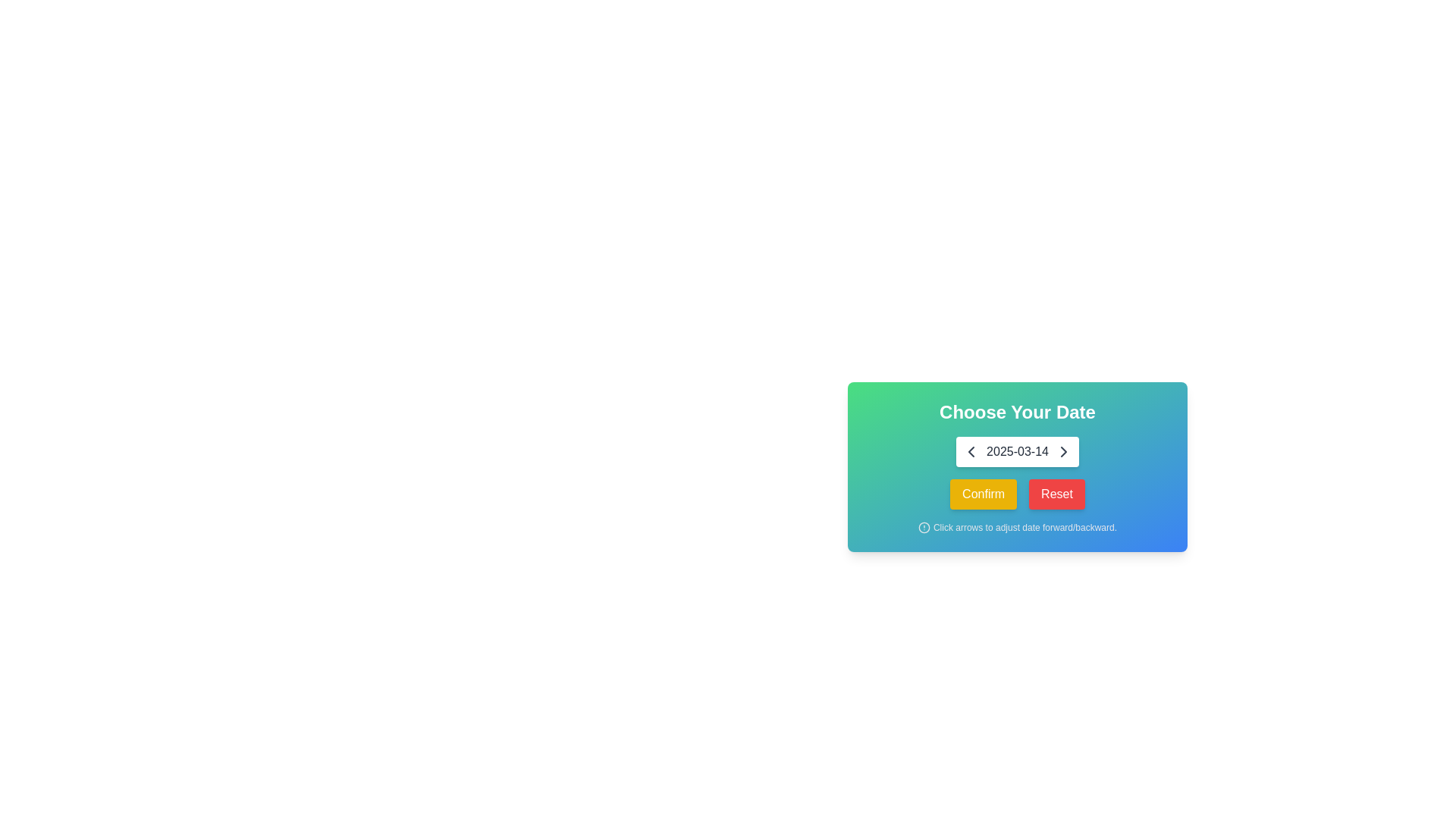  Describe the element at coordinates (1018, 451) in the screenshot. I see `the date displayed in the white rounded box labeled '2025-03-14' located beneath the 'Choose Your Date' heading` at that location.